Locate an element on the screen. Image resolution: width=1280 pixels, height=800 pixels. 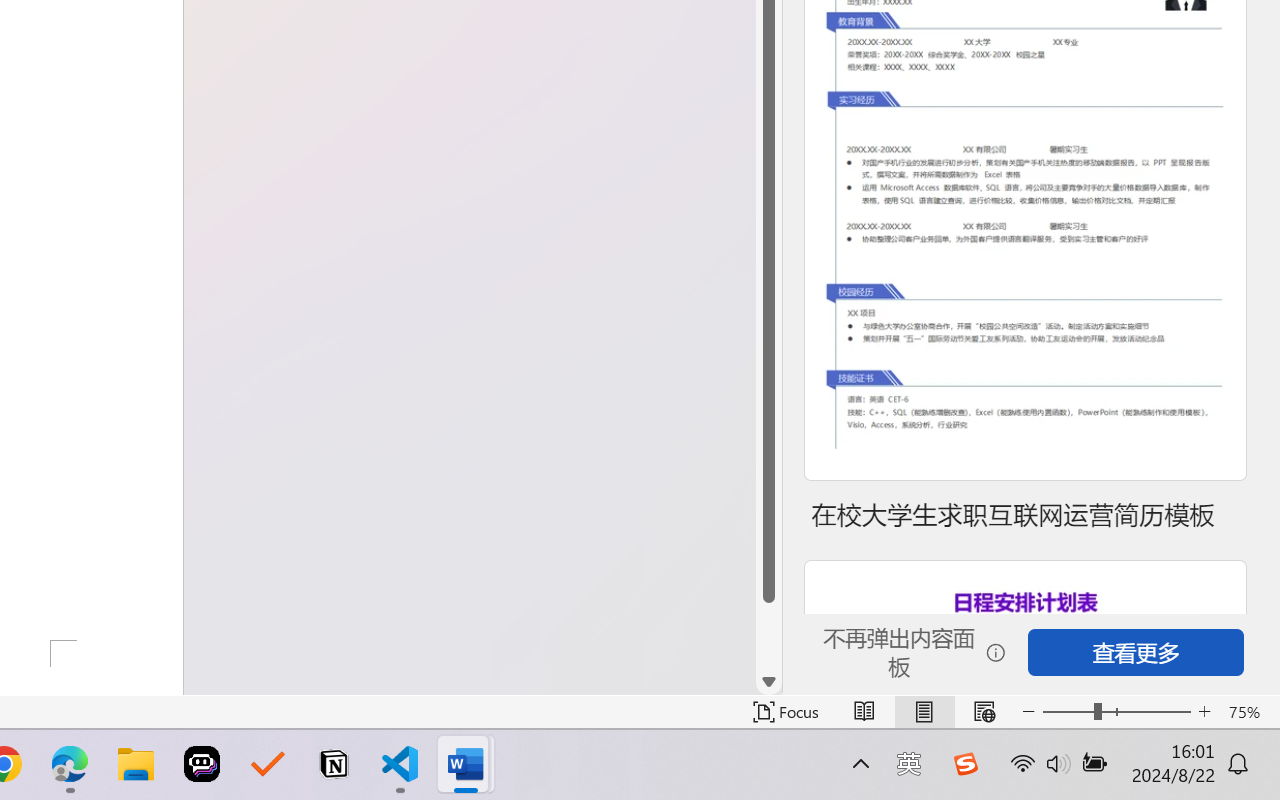
'Focus ' is located at coordinates (785, 711).